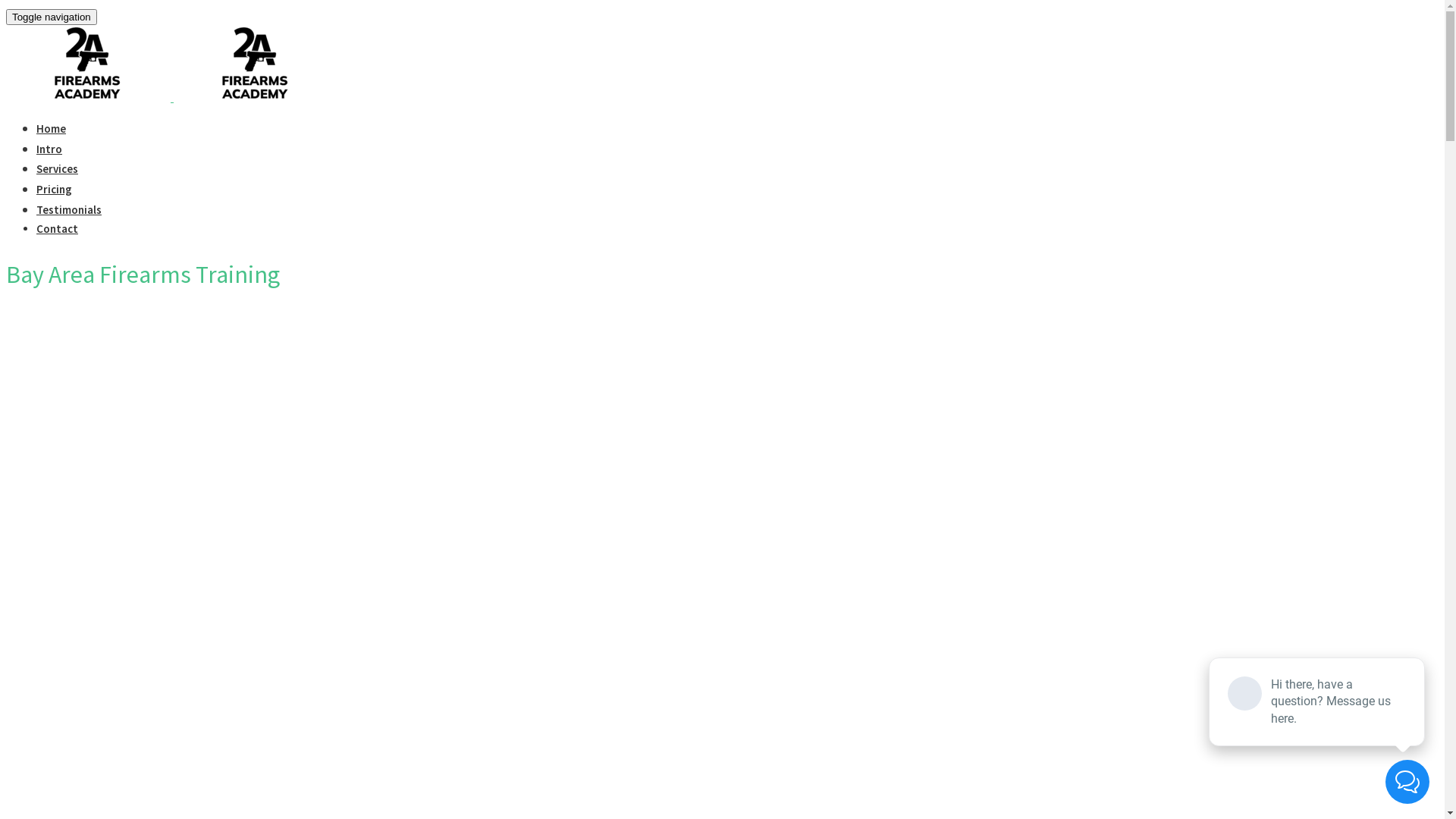  I want to click on 'Toggle navigation', so click(51, 17).